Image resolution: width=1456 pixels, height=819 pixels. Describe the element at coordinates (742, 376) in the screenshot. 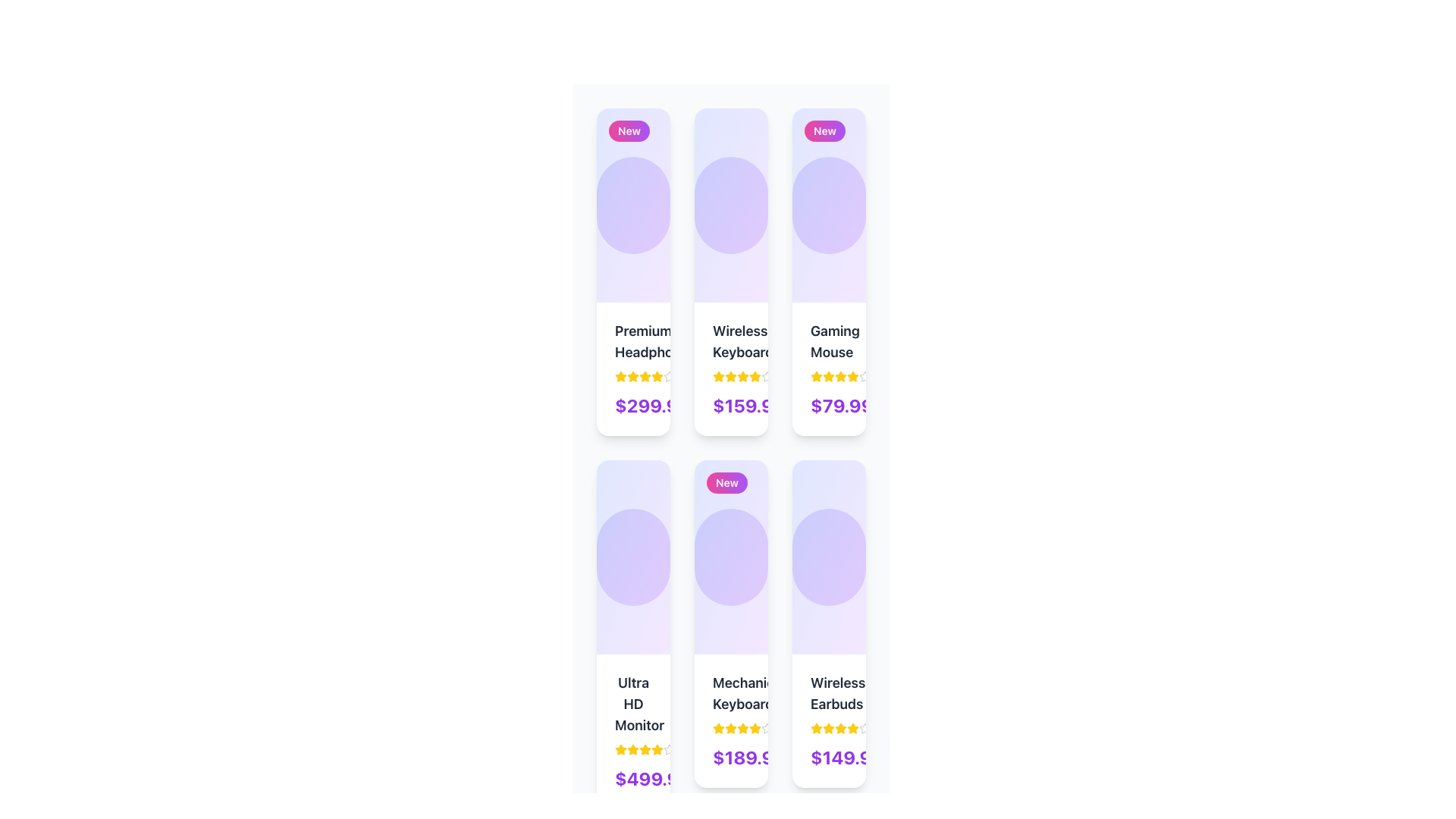

I see `the fifth active yellow star in the rating component for the 'Wireless Keyboard' using accessibility tools` at that location.